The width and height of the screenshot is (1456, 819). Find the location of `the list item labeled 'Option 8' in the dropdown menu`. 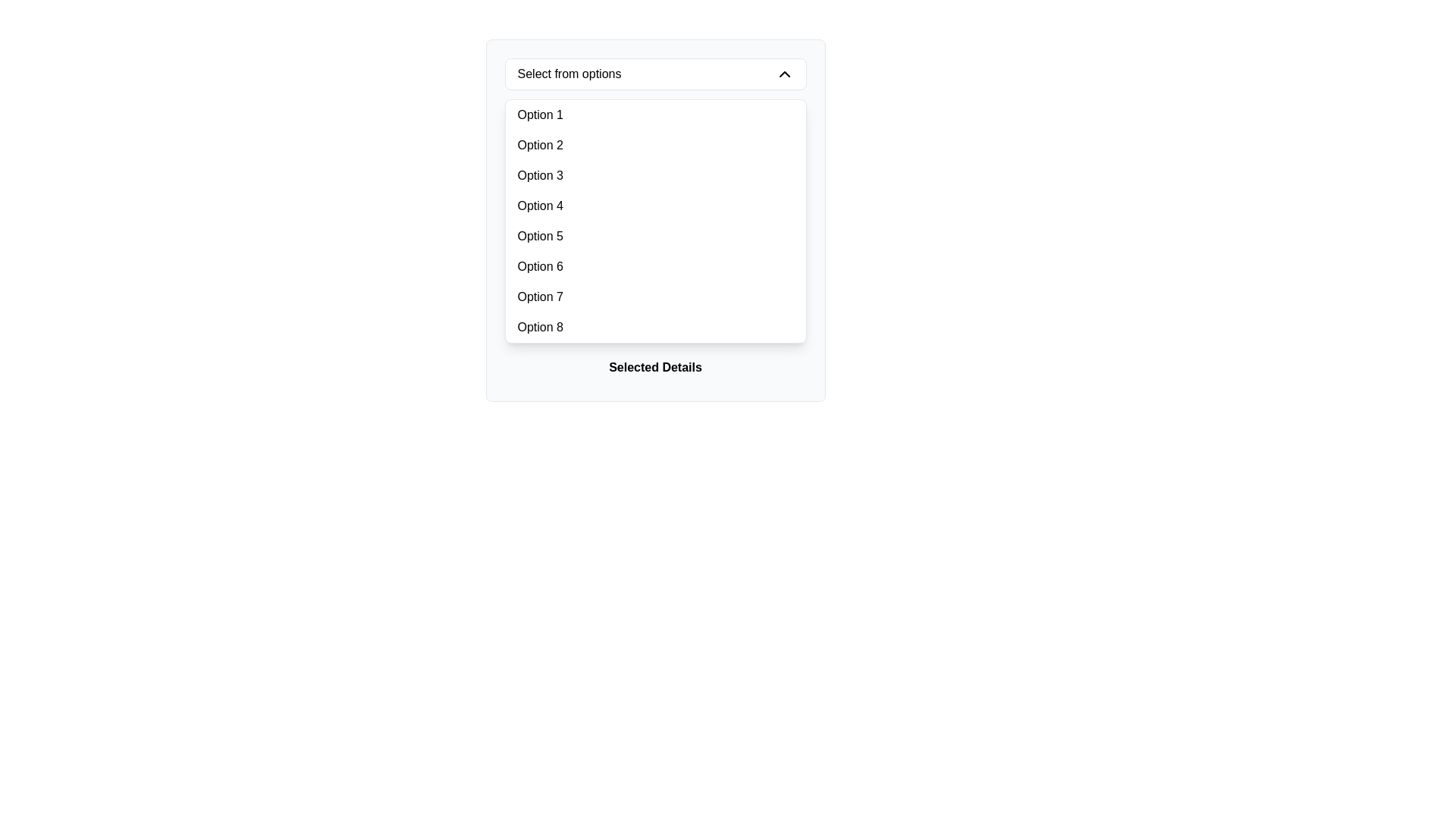

the list item labeled 'Option 8' in the dropdown menu is located at coordinates (655, 327).